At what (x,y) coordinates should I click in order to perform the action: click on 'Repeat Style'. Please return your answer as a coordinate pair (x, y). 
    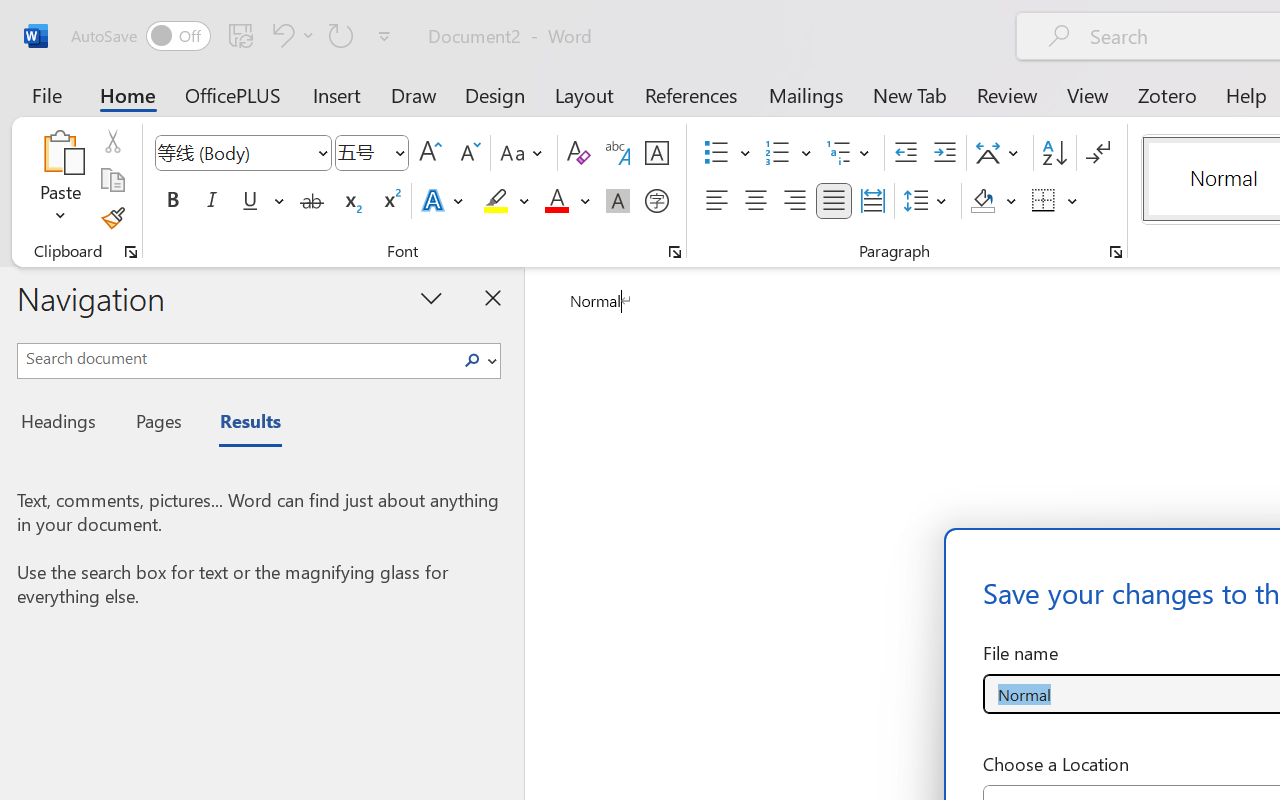
    Looking at the image, I should click on (341, 34).